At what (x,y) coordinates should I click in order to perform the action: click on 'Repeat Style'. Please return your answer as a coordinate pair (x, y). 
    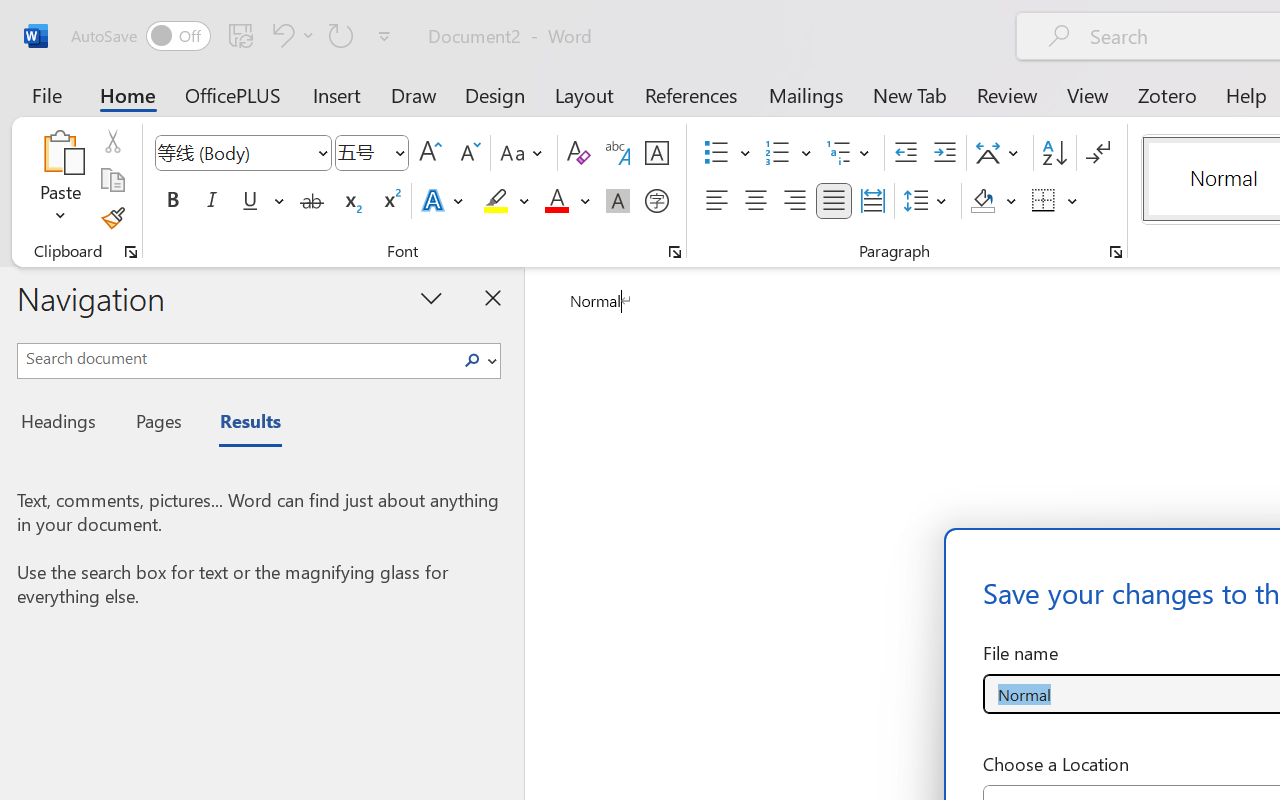
    Looking at the image, I should click on (341, 34).